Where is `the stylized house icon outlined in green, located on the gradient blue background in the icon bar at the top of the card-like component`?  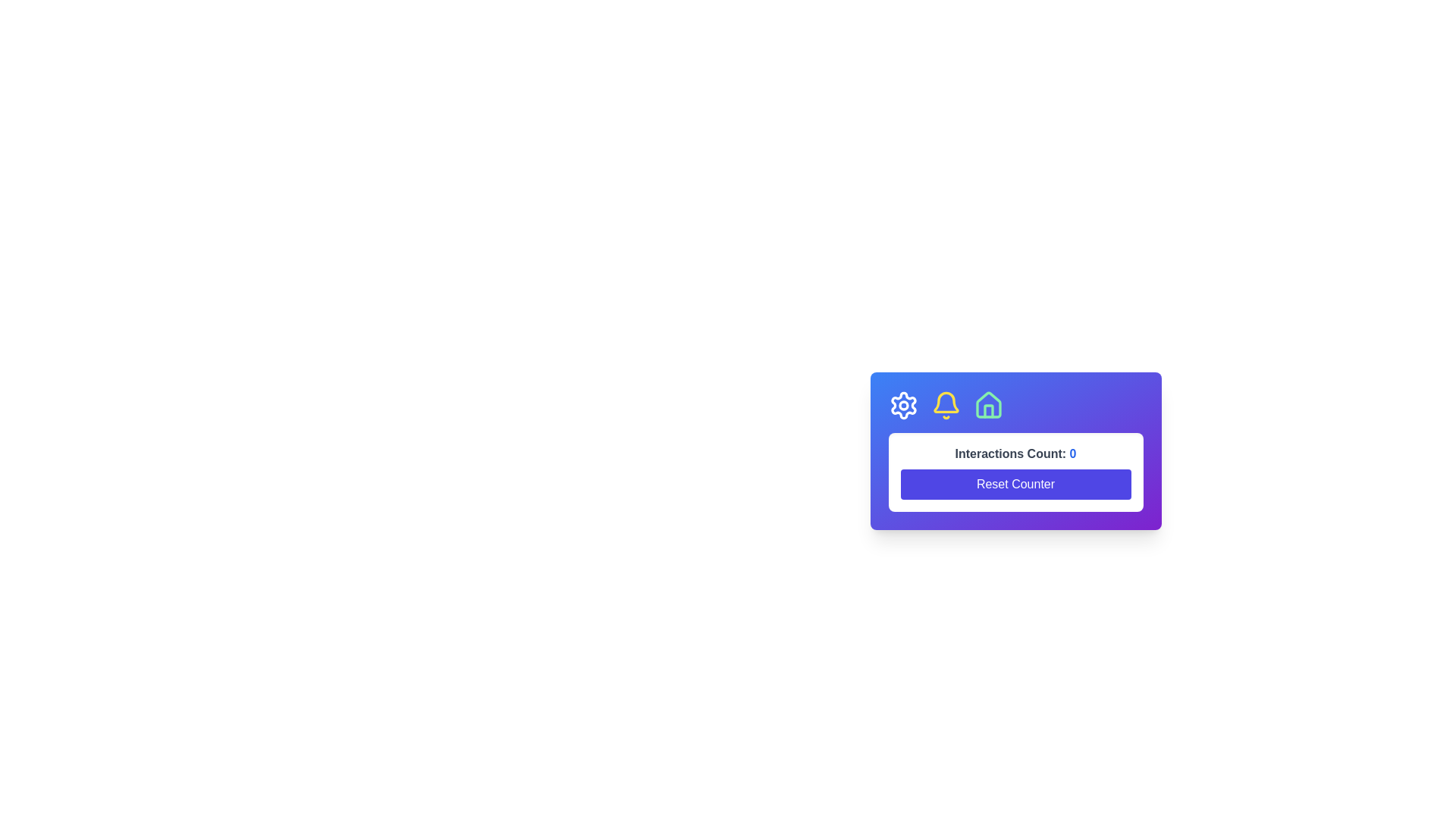
the stylized house icon outlined in green, located on the gradient blue background in the icon bar at the top of the card-like component is located at coordinates (988, 404).